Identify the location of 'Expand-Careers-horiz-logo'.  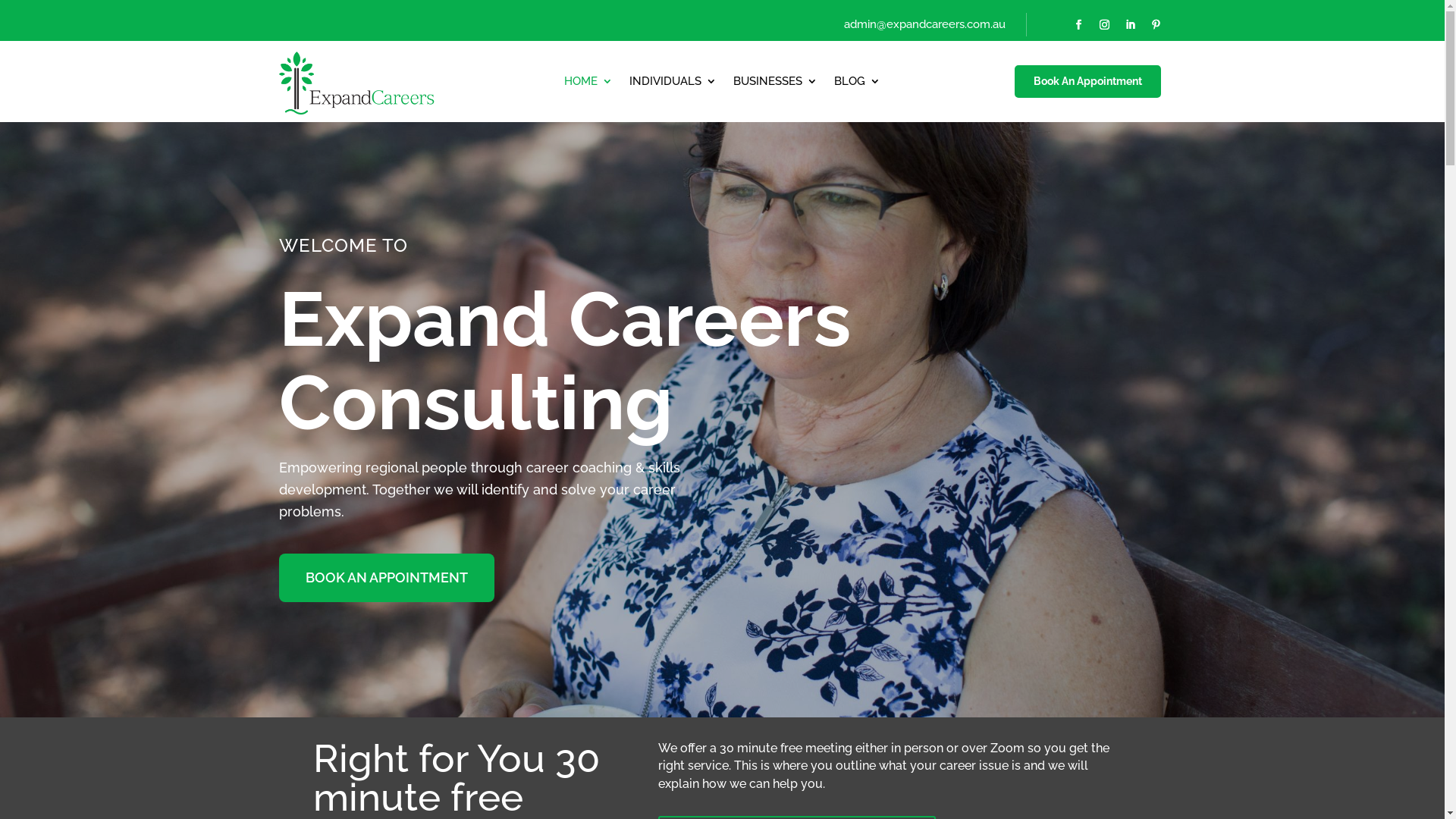
(279, 81).